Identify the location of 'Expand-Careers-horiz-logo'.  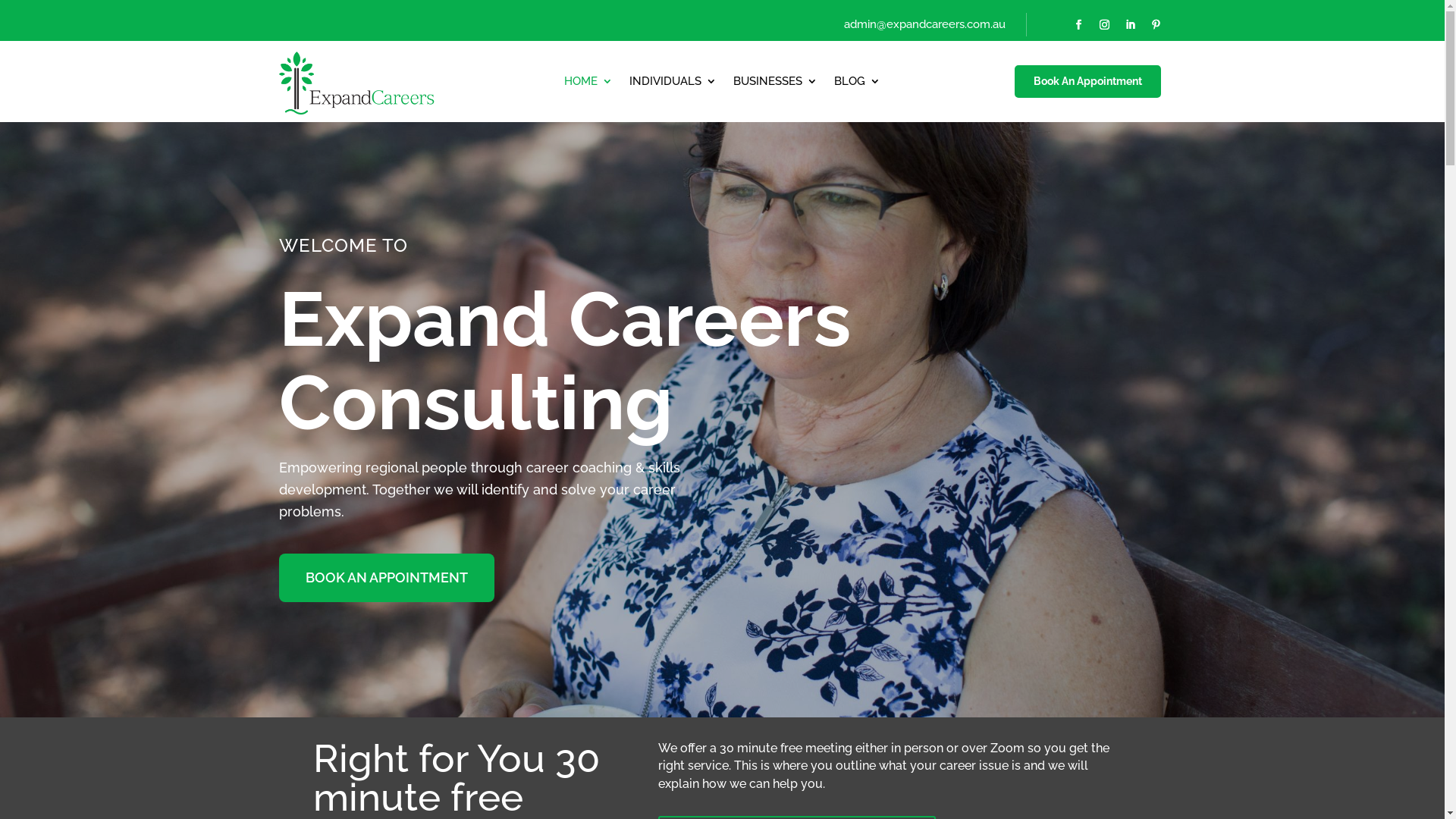
(279, 81).